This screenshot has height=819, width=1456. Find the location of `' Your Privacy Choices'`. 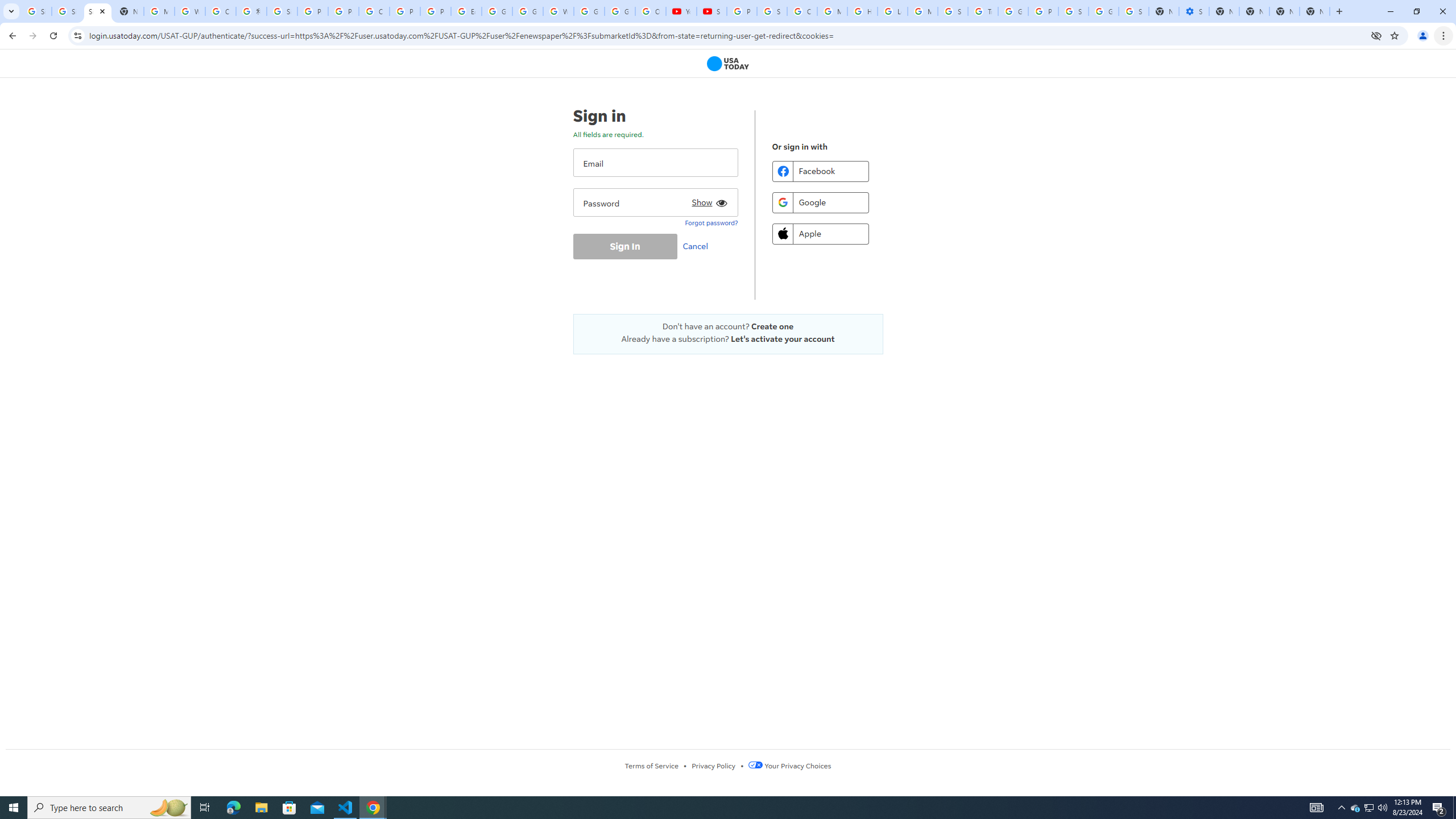

' Your Privacy Choices' is located at coordinates (789, 765).